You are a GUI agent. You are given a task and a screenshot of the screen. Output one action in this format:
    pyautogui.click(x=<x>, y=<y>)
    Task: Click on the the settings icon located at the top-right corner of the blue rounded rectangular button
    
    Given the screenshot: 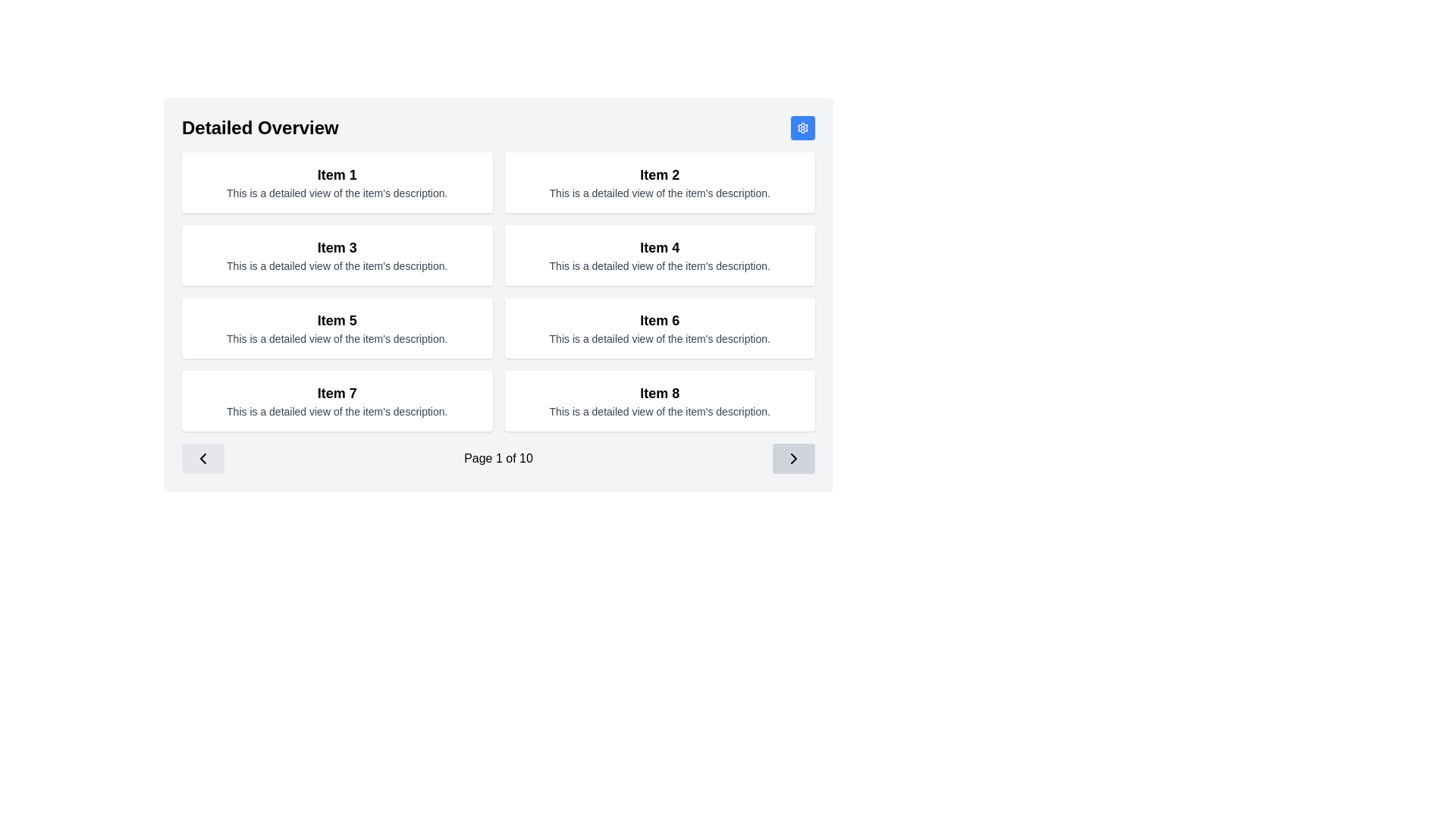 What is the action you would take?
    pyautogui.click(x=802, y=127)
    